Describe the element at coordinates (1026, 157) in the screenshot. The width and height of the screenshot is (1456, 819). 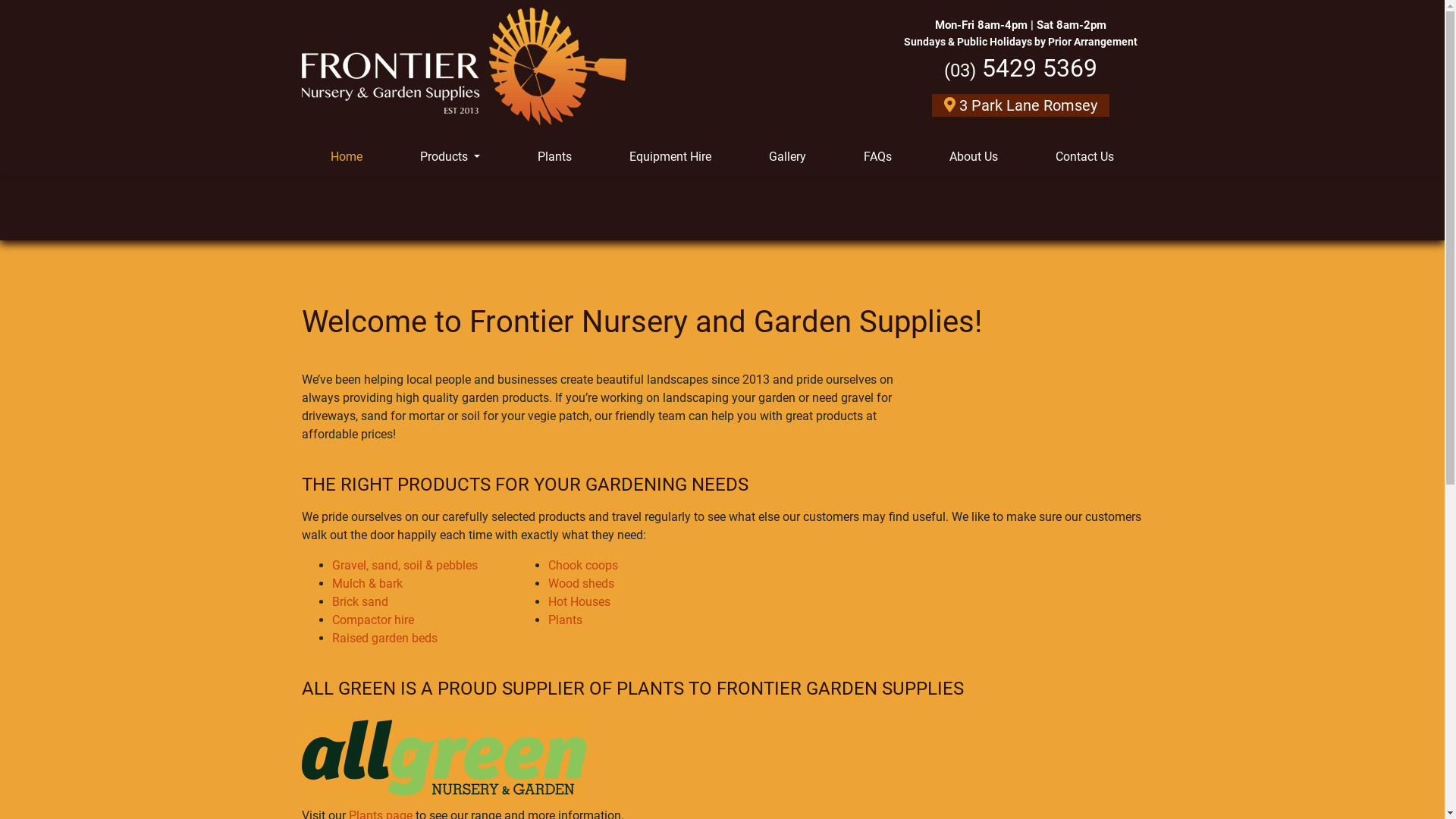
I see `'Contact Us'` at that location.